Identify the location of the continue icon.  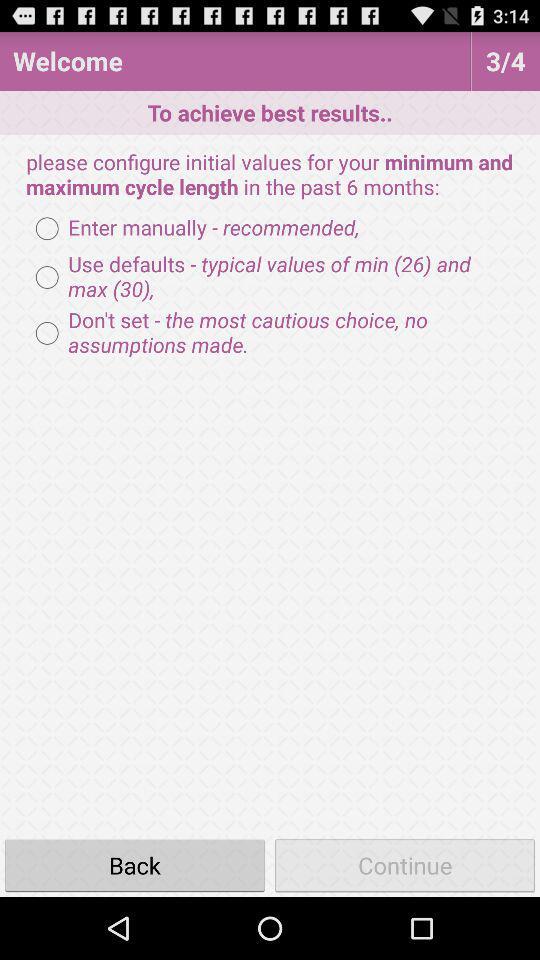
(405, 864).